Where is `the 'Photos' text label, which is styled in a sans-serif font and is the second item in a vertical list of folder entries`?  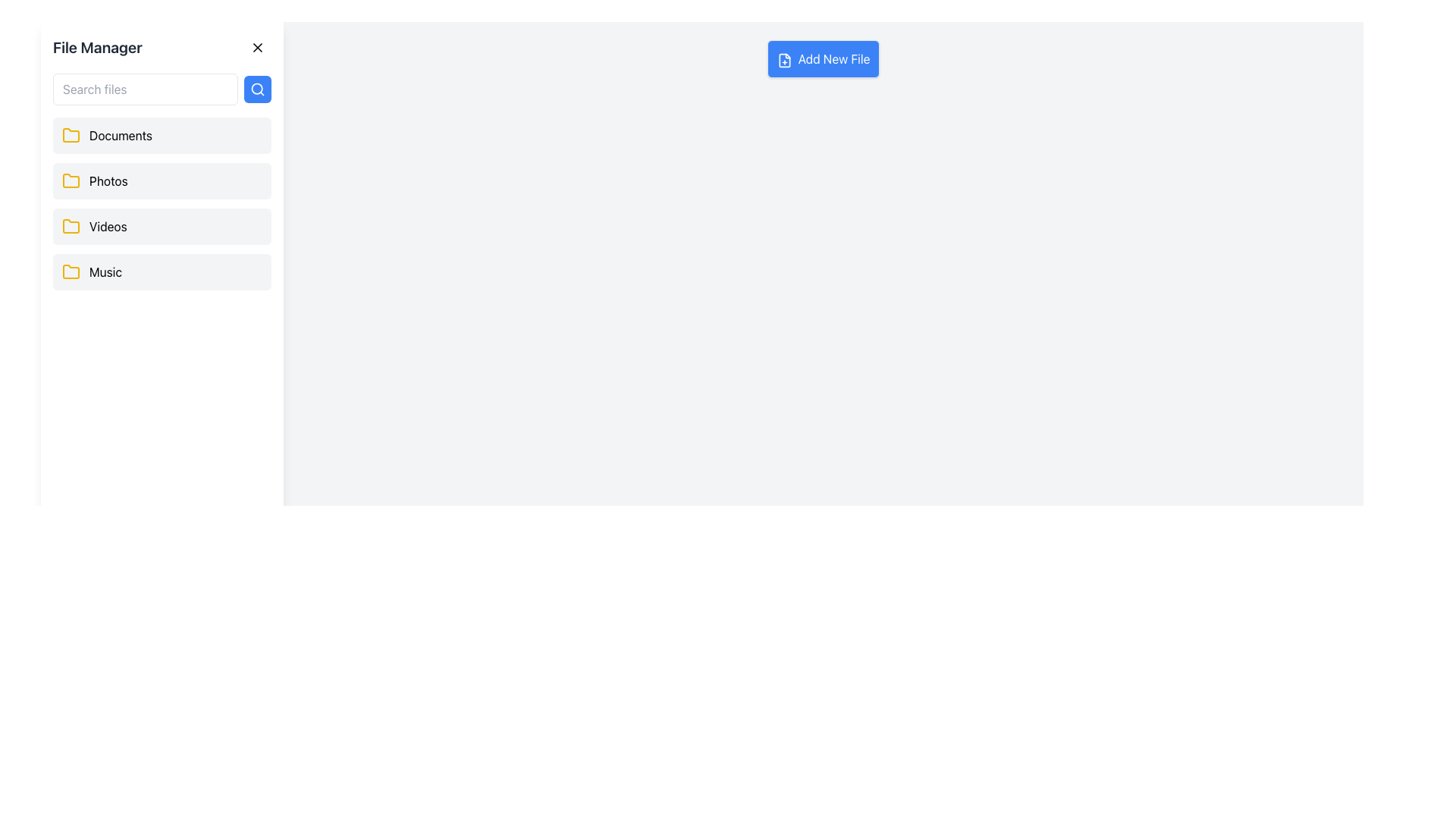
the 'Photos' text label, which is styled in a sans-serif font and is the second item in a vertical list of folder entries is located at coordinates (108, 180).